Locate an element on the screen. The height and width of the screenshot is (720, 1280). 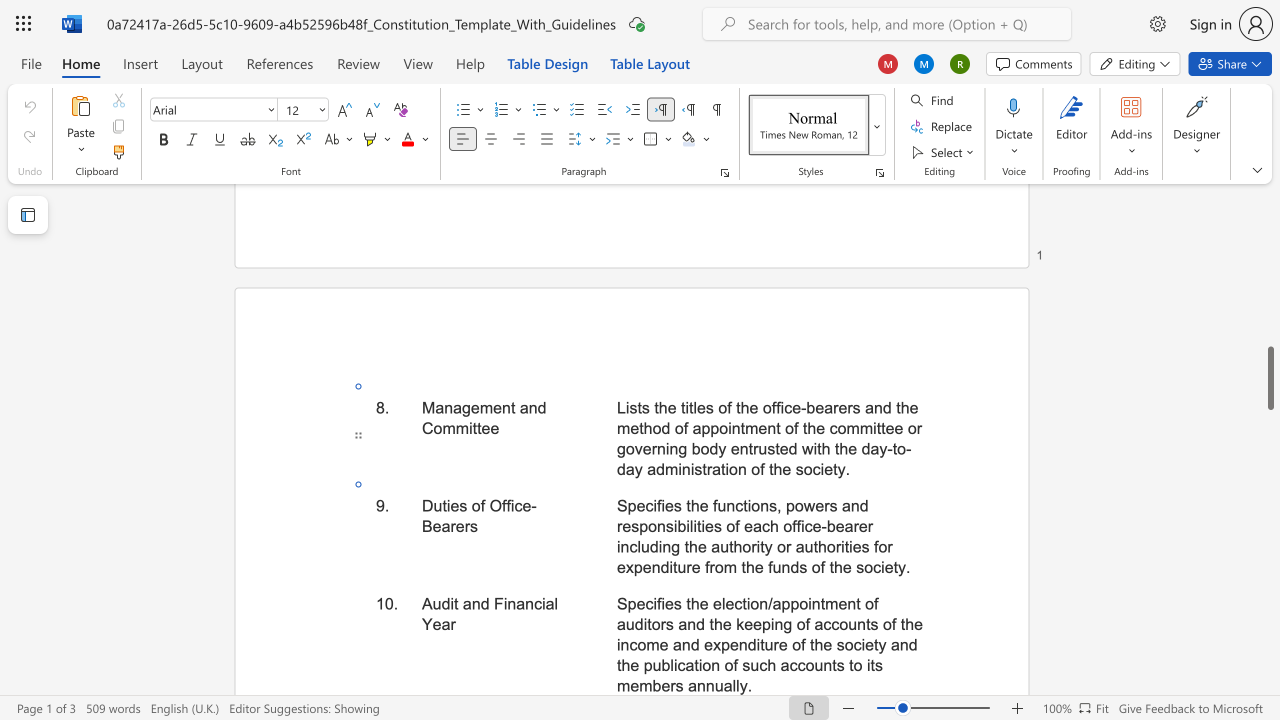
the space between the continuous character "r" and "e" in the text is located at coordinates (778, 645).